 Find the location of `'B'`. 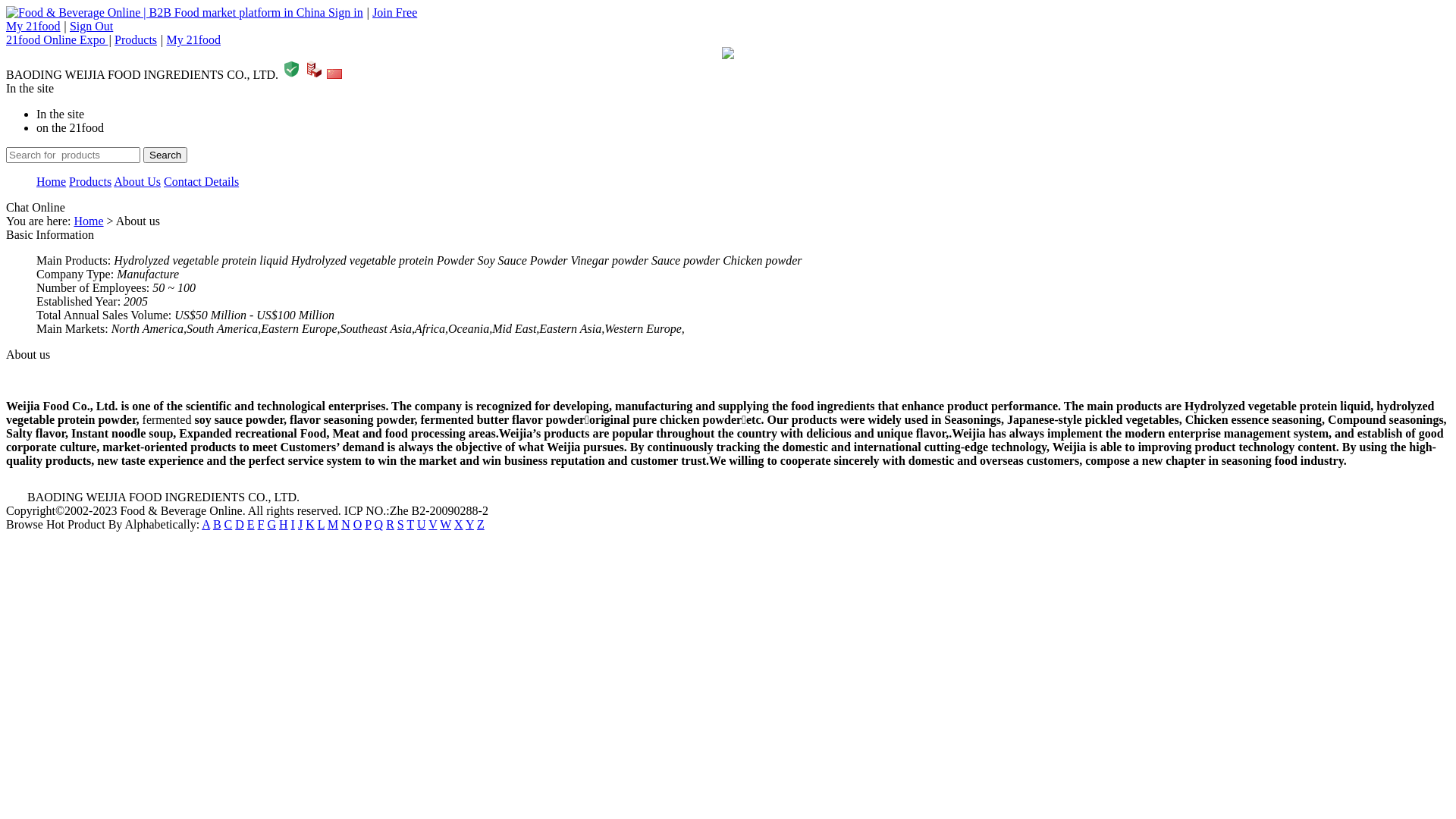

'B' is located at coordinates (212, 523).